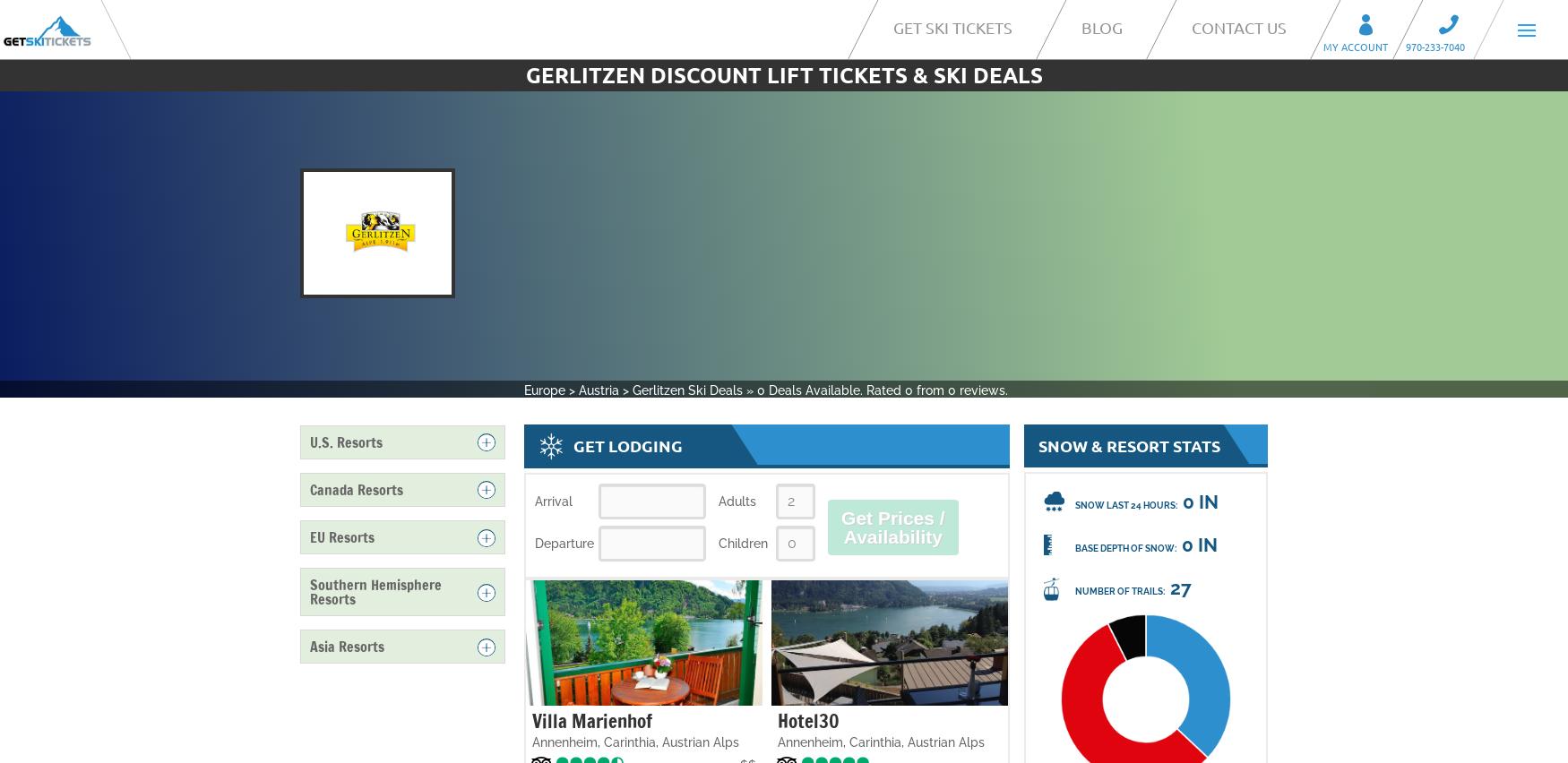 This screenshot has height=763, width=1568. I want to click on 'Snow & Resort Stats', so click(1128, 444).